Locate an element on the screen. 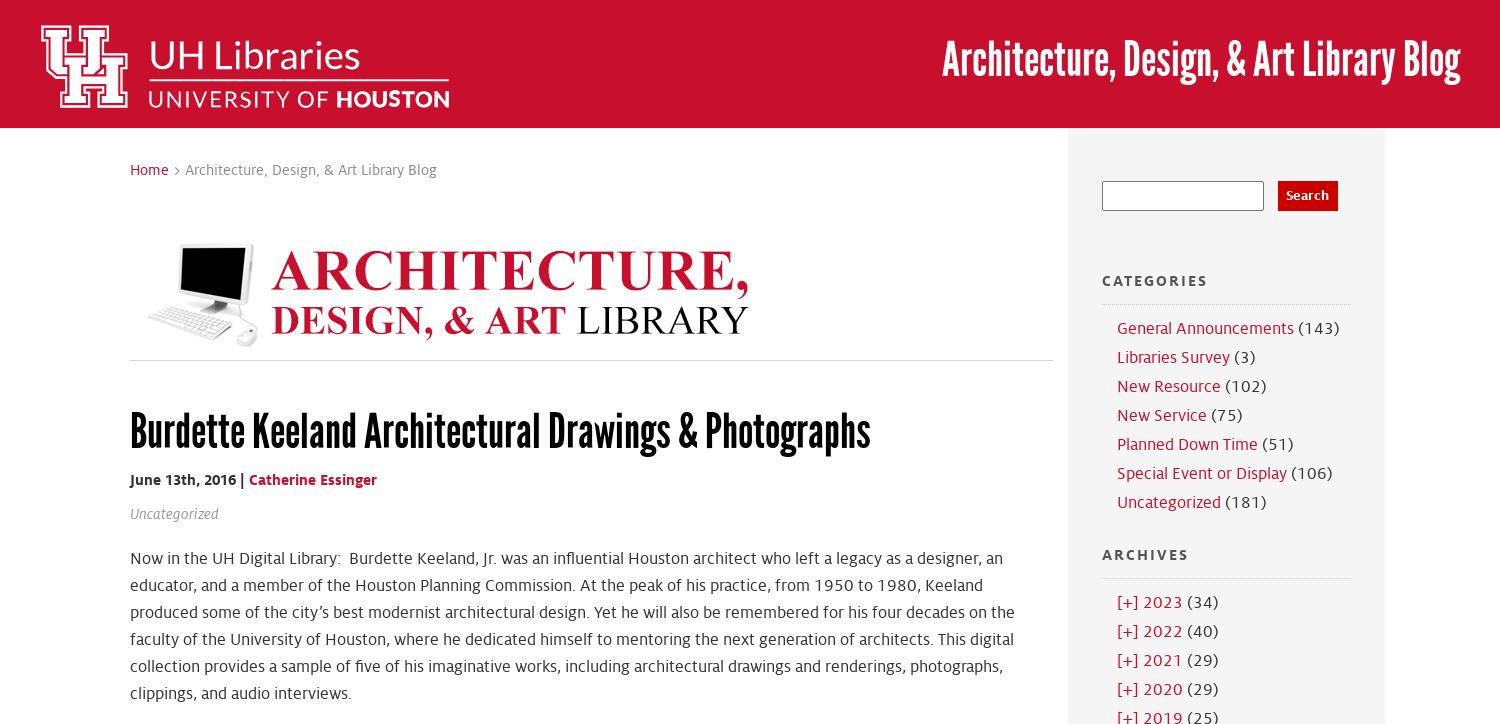 This screenshot has width=1500, height=724. 'Categories' is located at coordinates (1153, 279).